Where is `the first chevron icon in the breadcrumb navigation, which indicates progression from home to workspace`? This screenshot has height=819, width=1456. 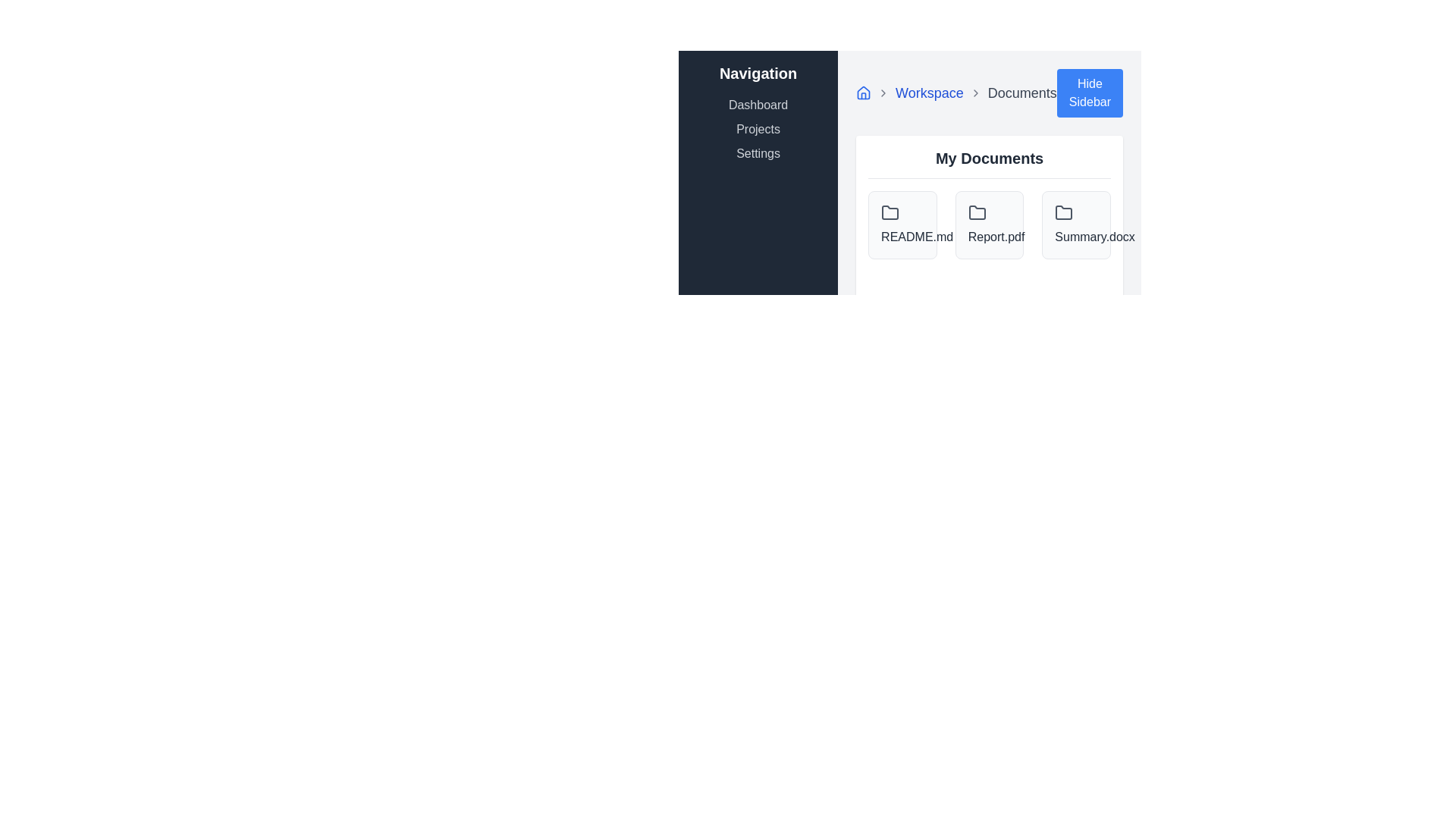 the first chevron icon in the breadcrumb navigation, which indicates progression from home to workspace is located at coordinates (883, 93).